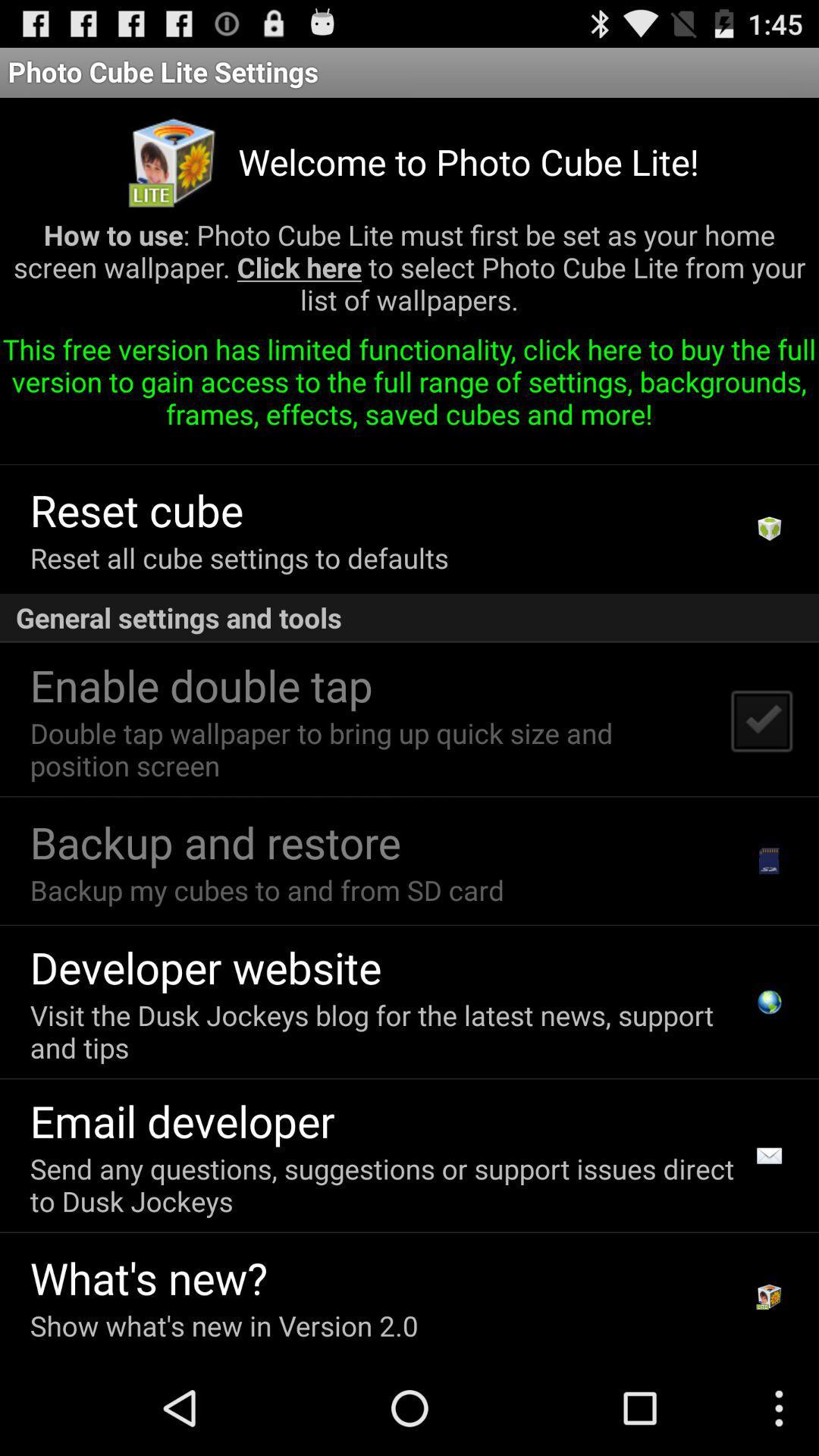 Image resolution: width=819 pixels, height=1456 pixels. I want to click on the item below how to use, so click(409, 388).